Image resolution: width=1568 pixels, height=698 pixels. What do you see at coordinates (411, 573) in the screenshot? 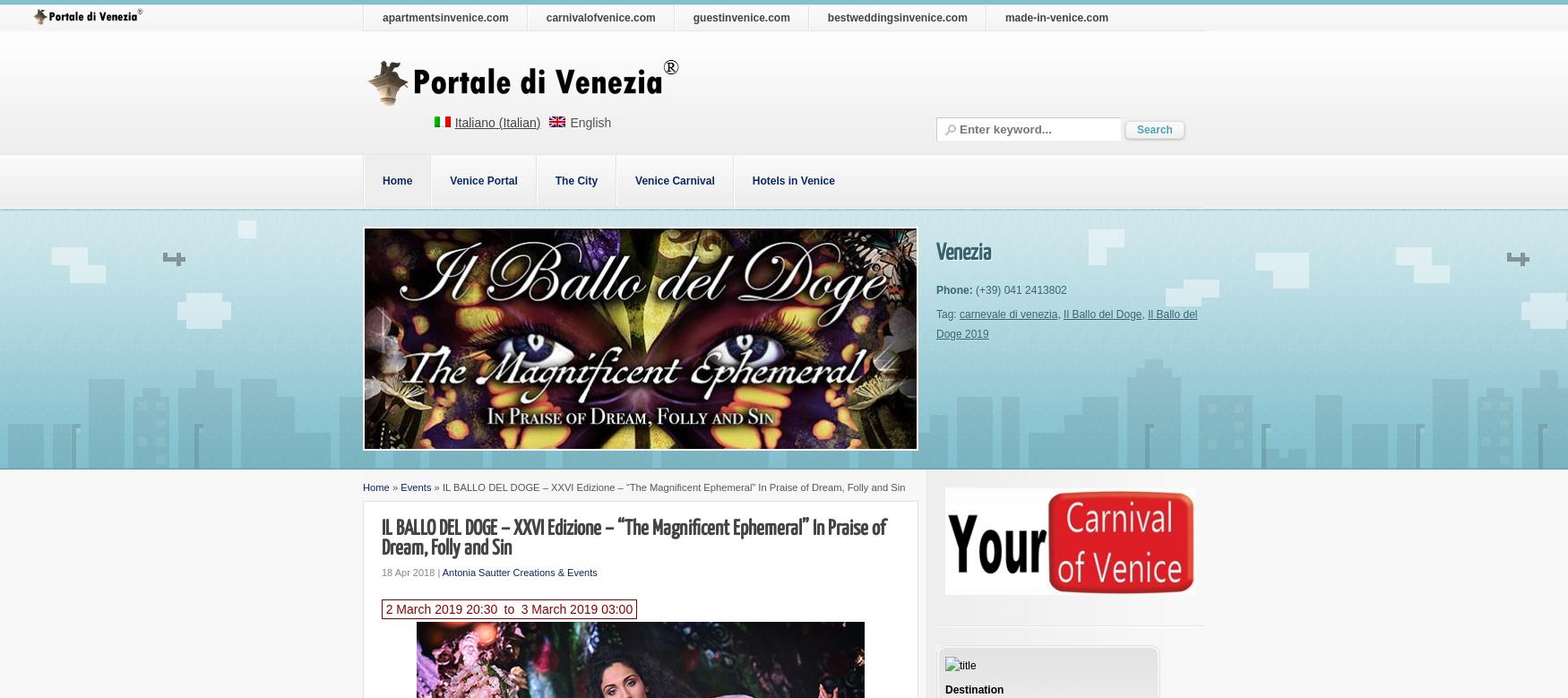
I see `'18 Apr 2018 |'` at bounding box center [411, 573].